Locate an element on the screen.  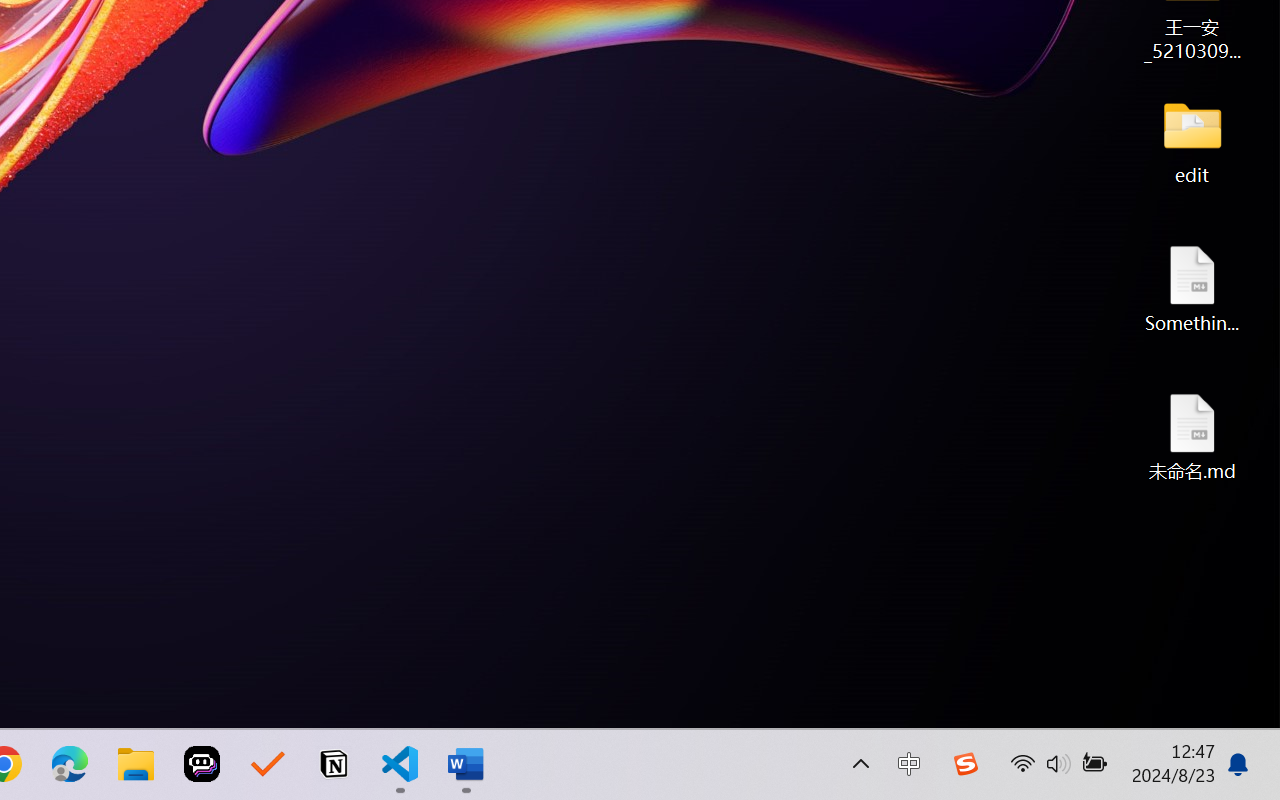
'edit' is located at coordinates (1192, 140).